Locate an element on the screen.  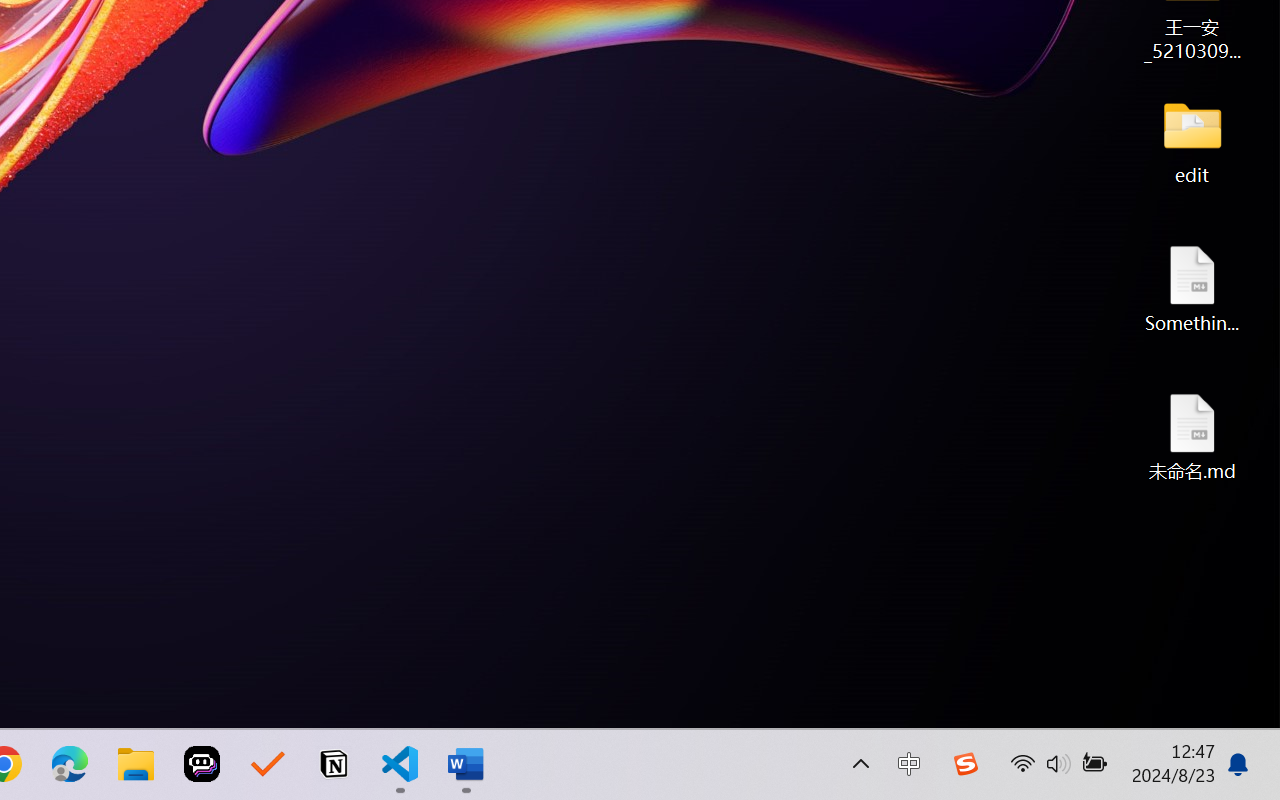
'edit' is located at coordinates (1192, 140).